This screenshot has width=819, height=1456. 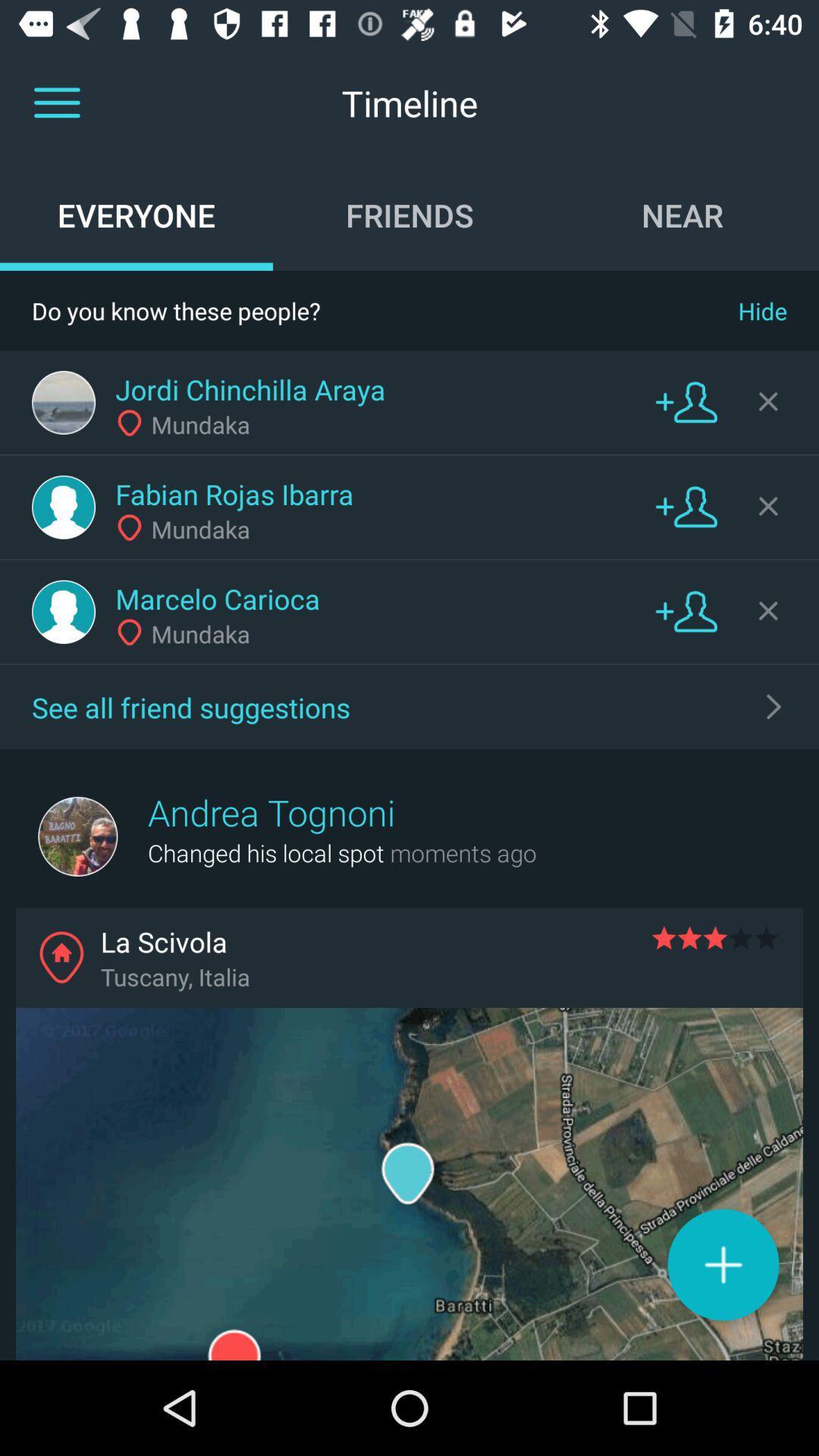 What do you see at coordinates (768, 506) in the screenshot?
I see `delete person` at bounding box center [768, 506].